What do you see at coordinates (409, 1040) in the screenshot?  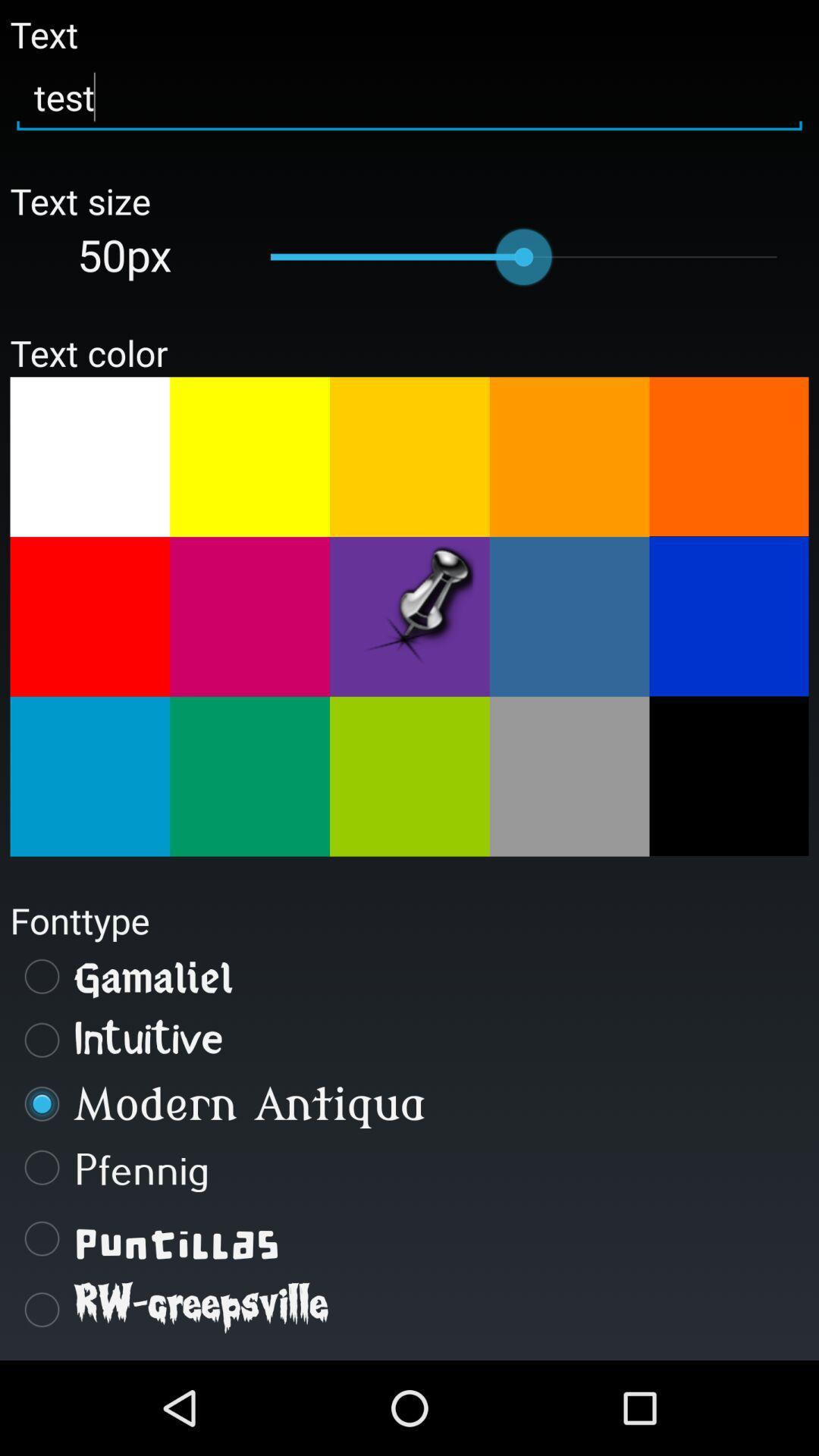 I see `intuitive to select the text` at bounding box center [409, 1040].